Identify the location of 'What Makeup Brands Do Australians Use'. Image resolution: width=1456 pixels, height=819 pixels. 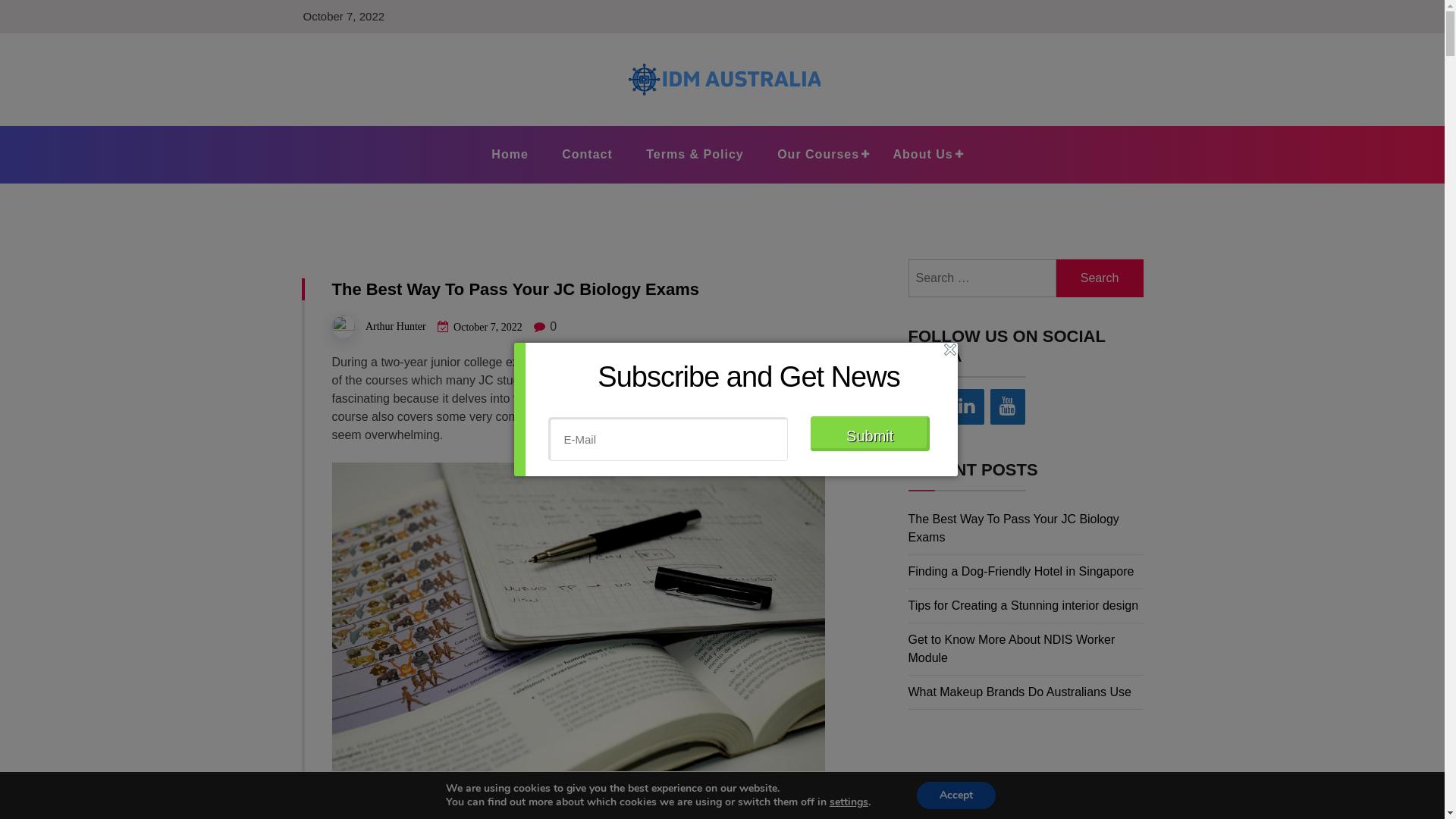
(1019, 692).